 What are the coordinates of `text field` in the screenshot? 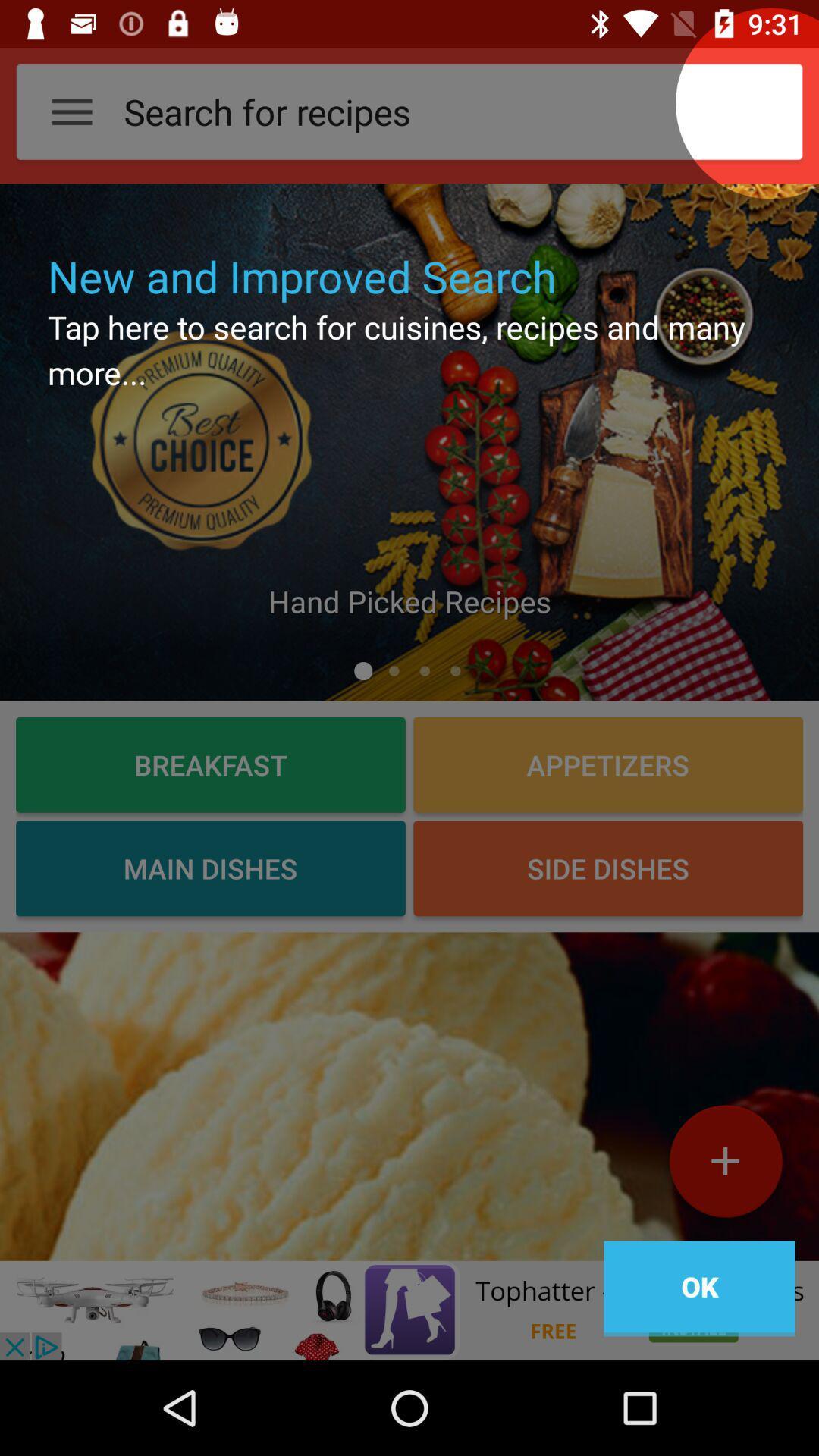 It's located at (425, 111).